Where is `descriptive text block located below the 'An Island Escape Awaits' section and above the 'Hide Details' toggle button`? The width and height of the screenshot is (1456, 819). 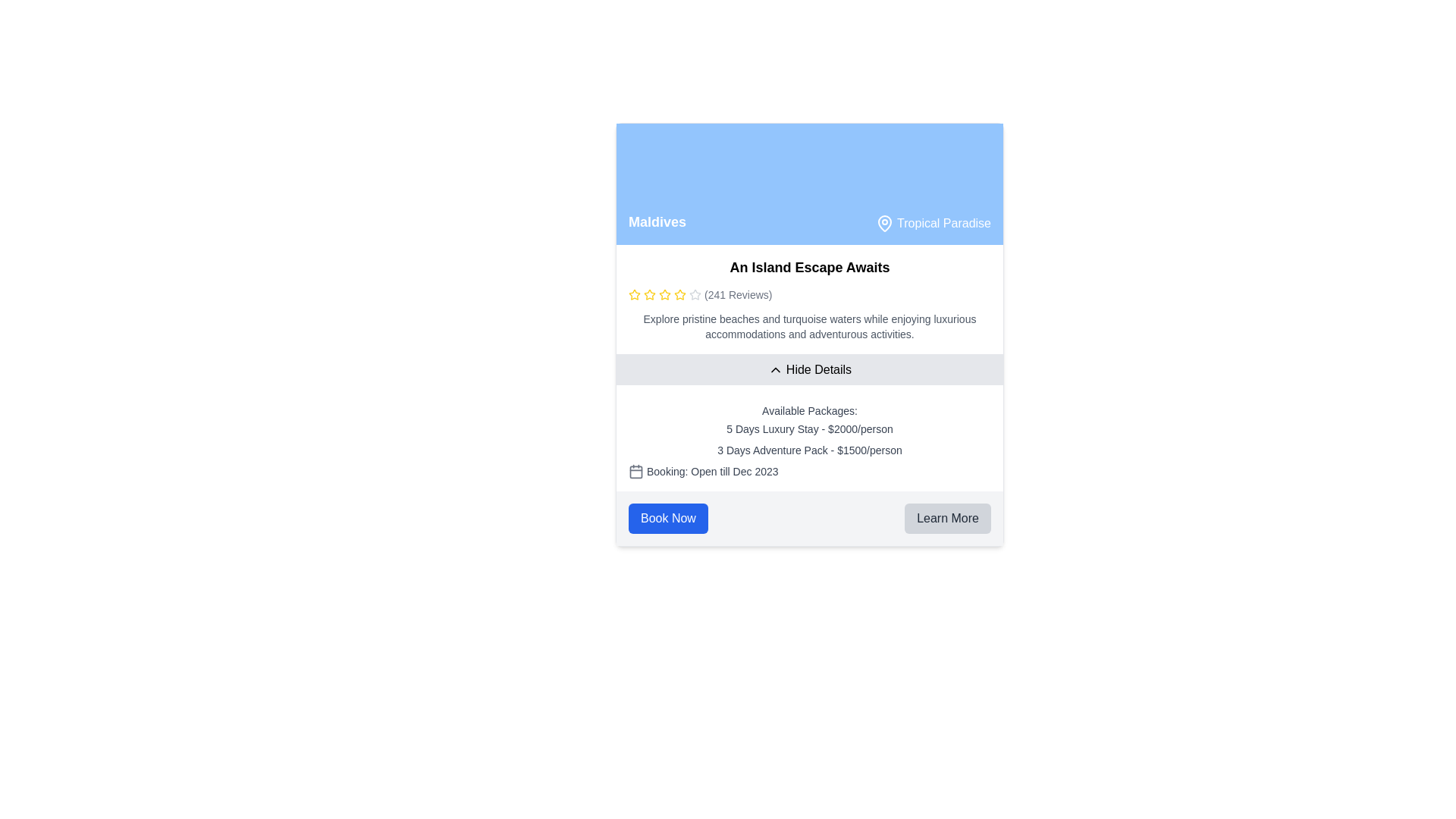 descriptive text block located below the 'An Island Escape Awaits' section and above the 'Hide Details' toggle button is located at coordinates (809, 326).